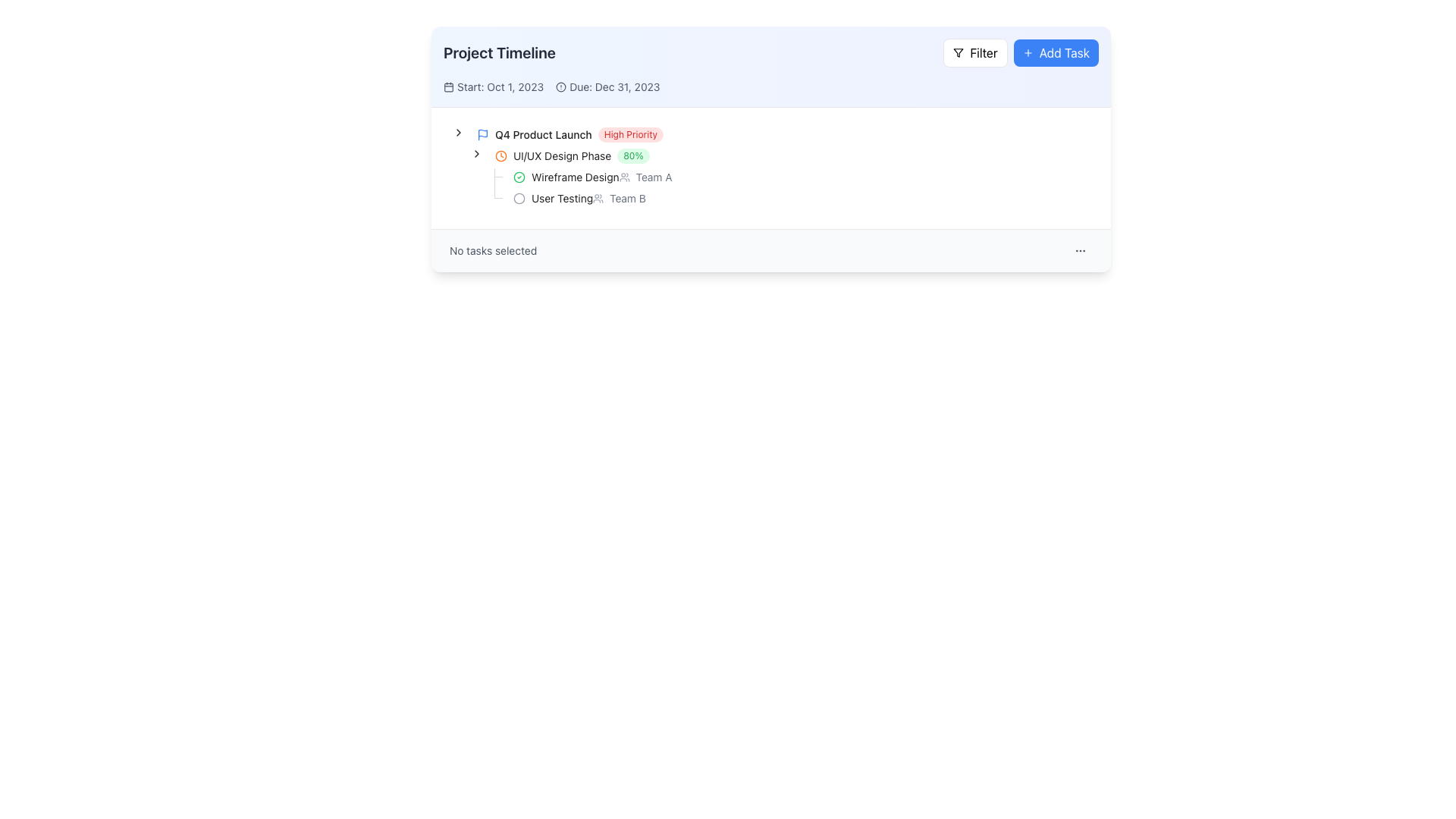 This screenshot has height=819, width=1456. I want to click on the button located in the upper-right corner of the interface, immediately to the right of the 'Filter' button, so click(1055, 52).